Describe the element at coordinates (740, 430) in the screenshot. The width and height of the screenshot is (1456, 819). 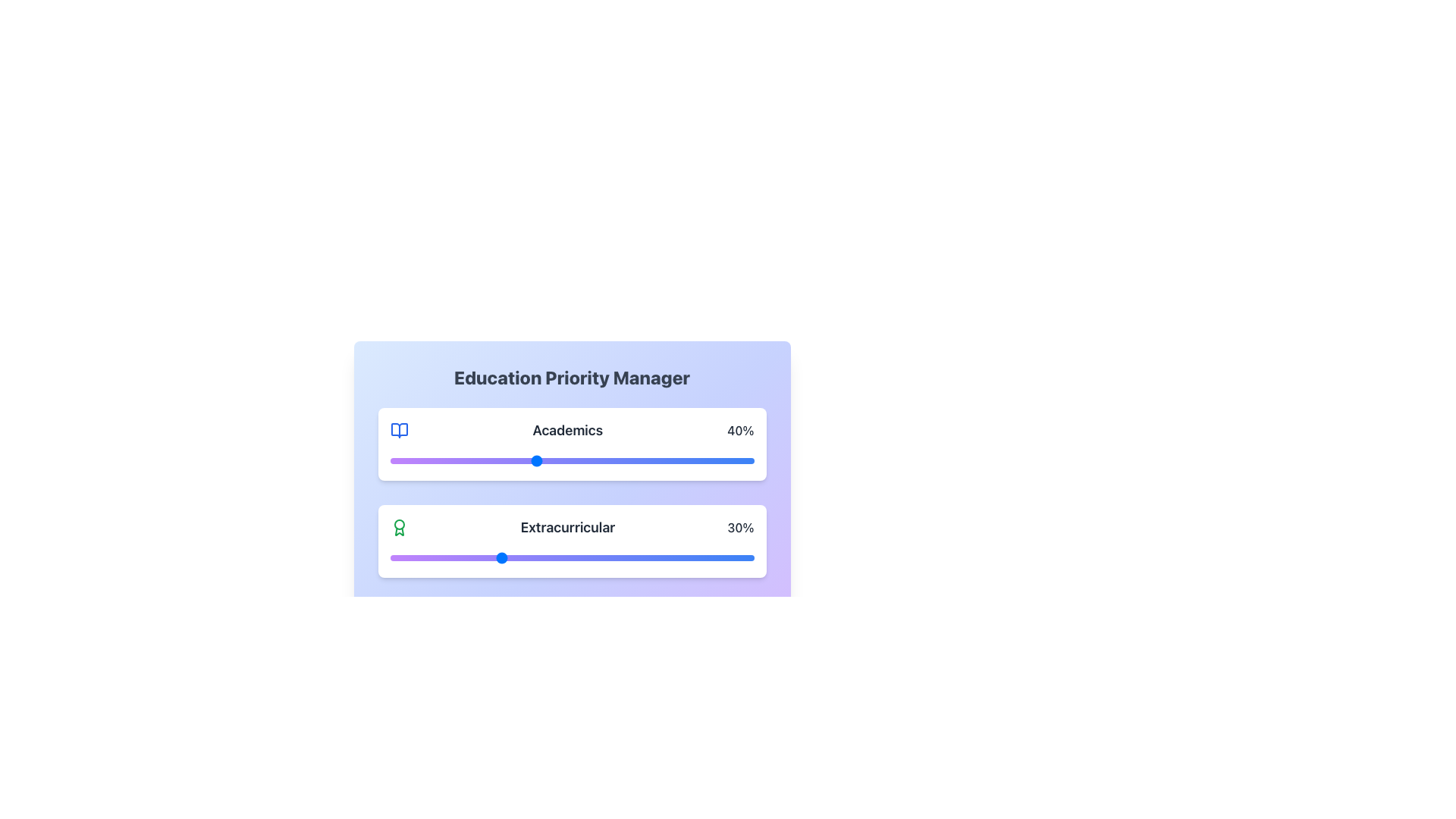
I see `value displayed in the text label showing '40%' within the 'Academics' section, positioned to the far right with a light blue background and purple progress bar` at that location.